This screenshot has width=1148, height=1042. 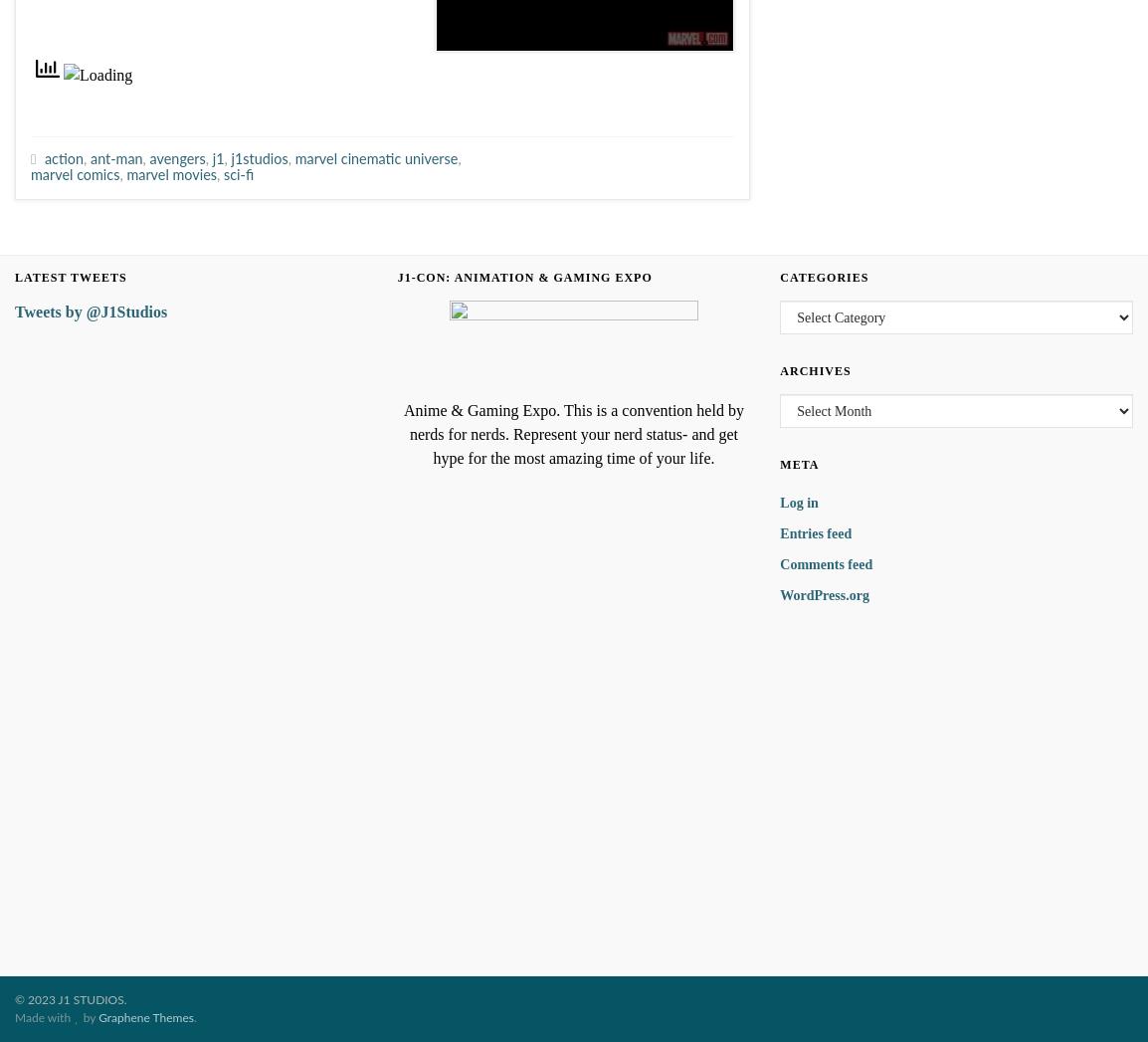 I want to click on 'Anime & Gaming Expo. This is a convention held by nerds for nerds. Represent your nerd status- and get hype for the most amazing time of your life.', so click(x=573, y=434).